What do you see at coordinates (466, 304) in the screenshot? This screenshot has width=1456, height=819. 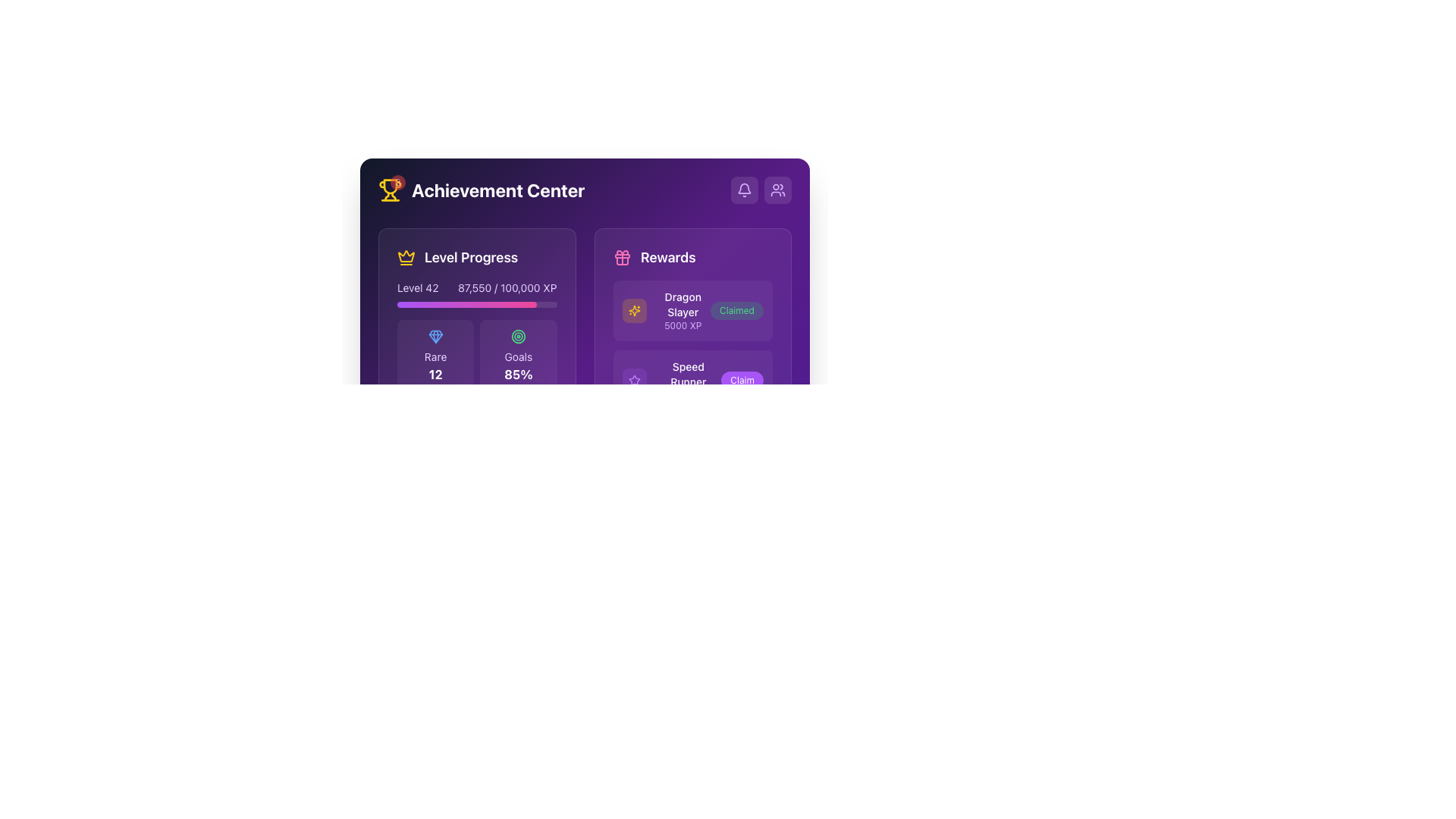 I see `the sleek, modern progress bar that transitions from purple to pink and has rounded ends` at bounding box center [466, 304].